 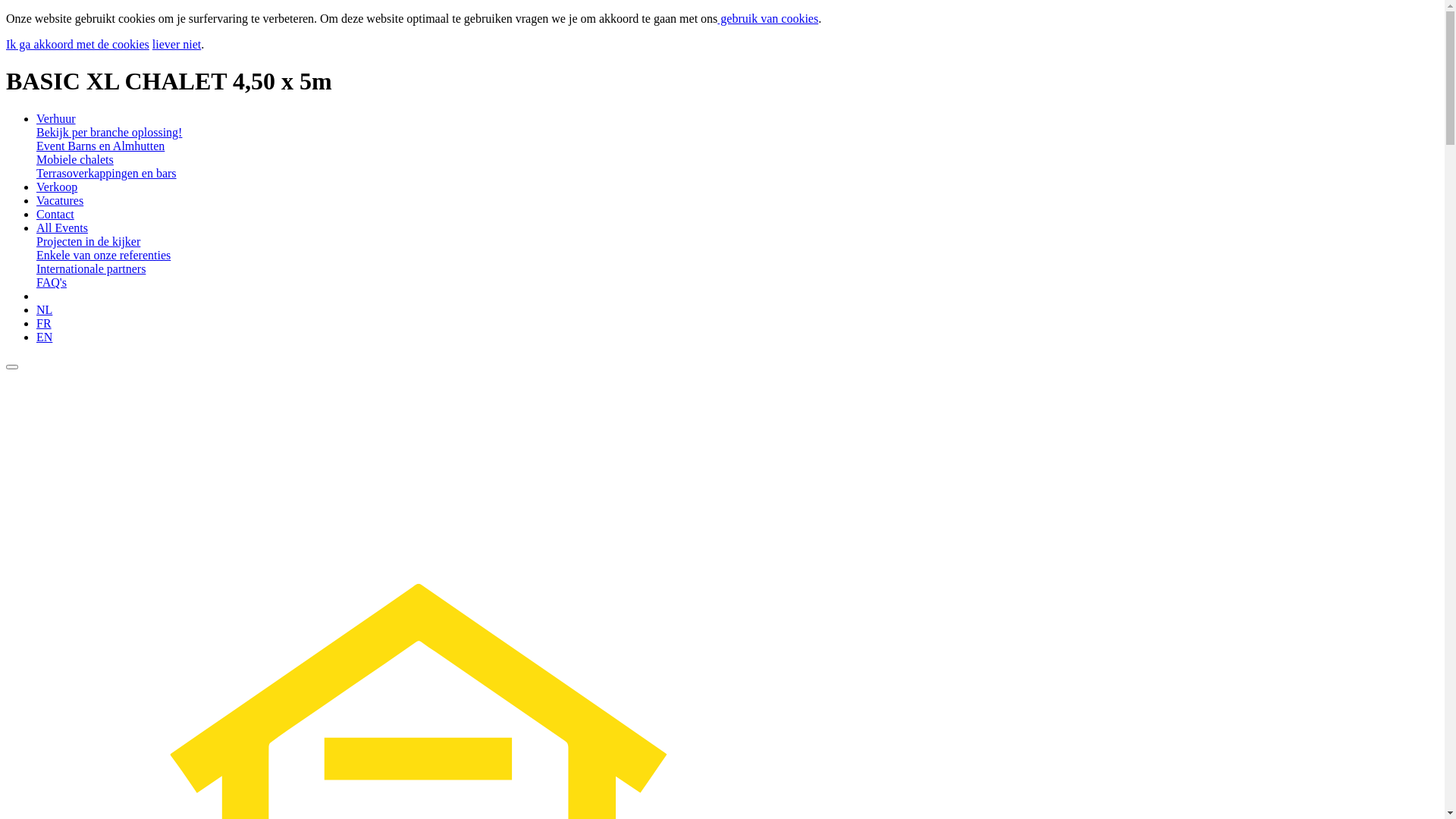 I want to click on 'gebruik van cookies', so click(x=716, y=18).